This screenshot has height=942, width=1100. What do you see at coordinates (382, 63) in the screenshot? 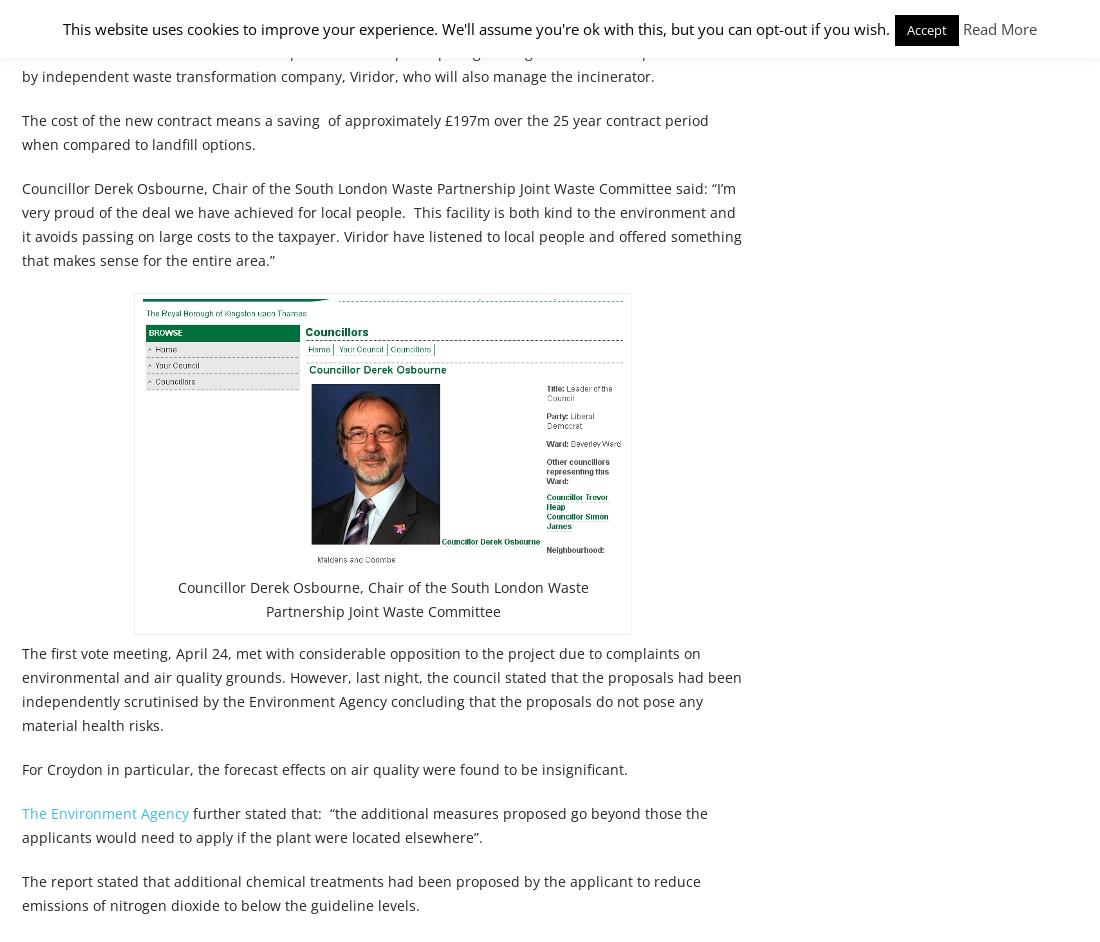
I see `'The current site is used for landfill for up to 63% of the participating borough’s waste. This operation is run by independent waste transformation company, Viridor, who will also manage the incinerator.'` at bounding box center [382, 63].